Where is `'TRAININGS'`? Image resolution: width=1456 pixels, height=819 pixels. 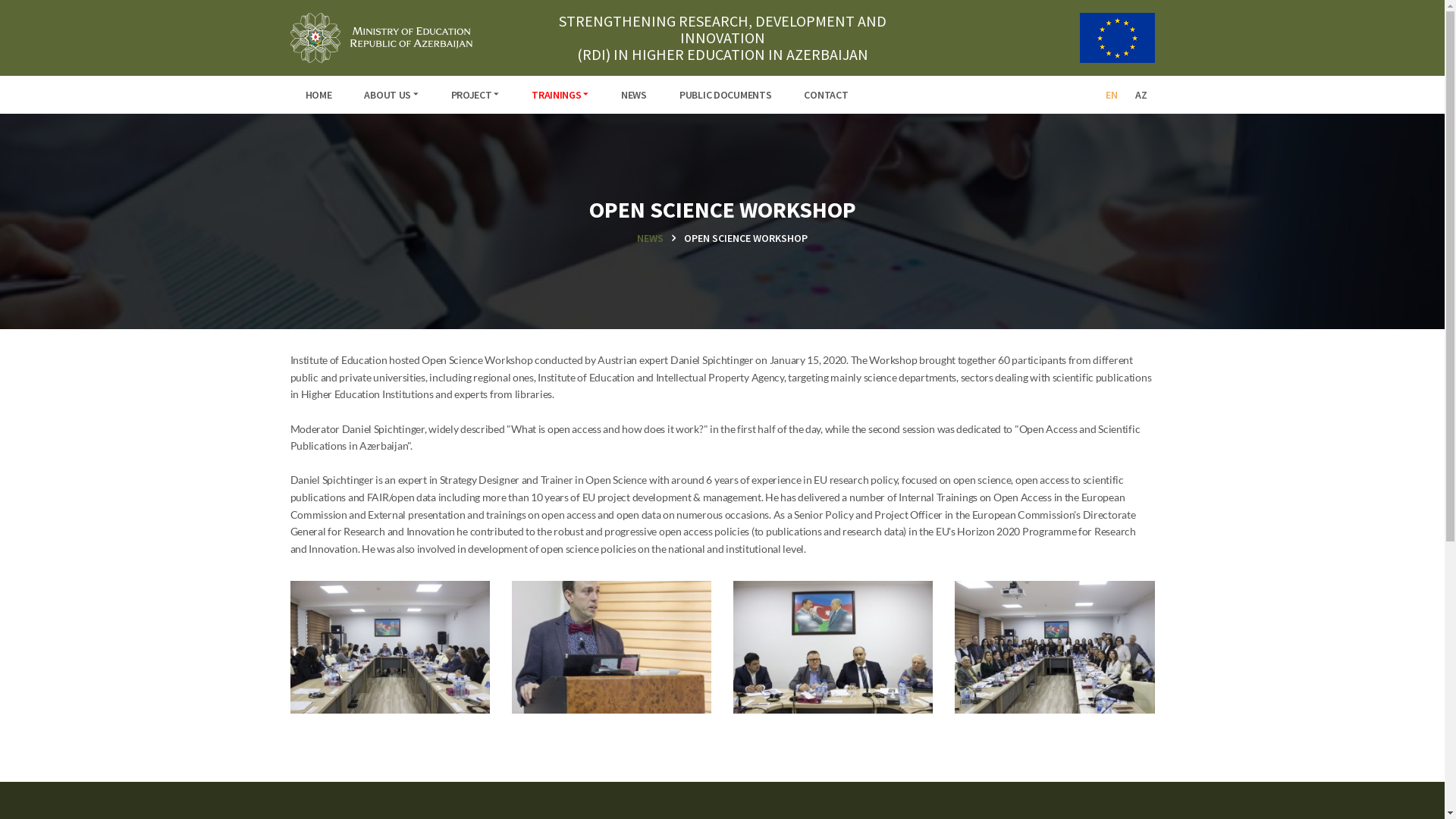 'TRAININGS' is located at coordinates (559, 94).